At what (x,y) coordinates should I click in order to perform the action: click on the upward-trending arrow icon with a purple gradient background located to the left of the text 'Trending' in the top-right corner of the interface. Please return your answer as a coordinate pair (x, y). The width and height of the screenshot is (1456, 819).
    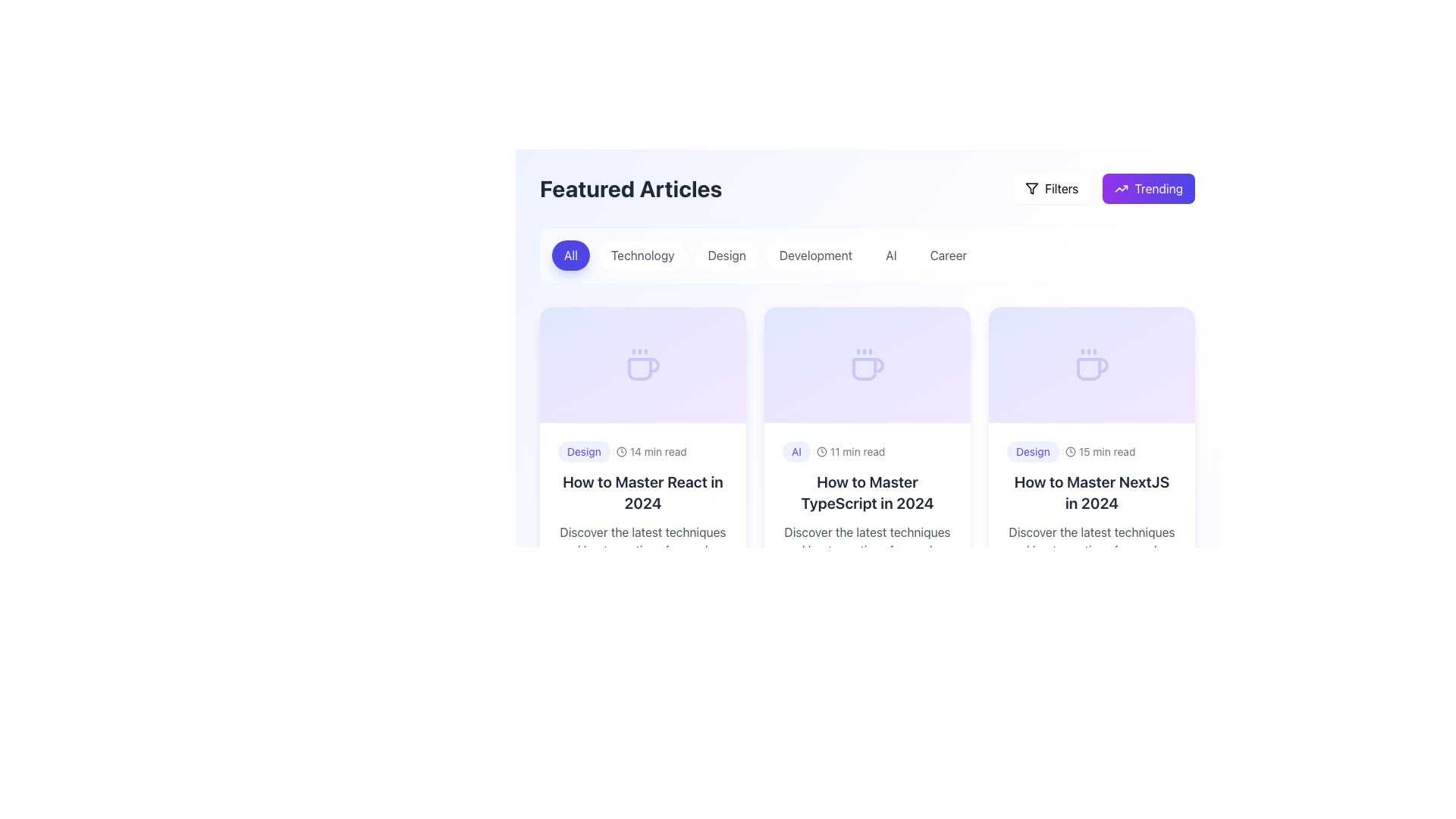
    Looking at the image, I should click on (1121, 188).